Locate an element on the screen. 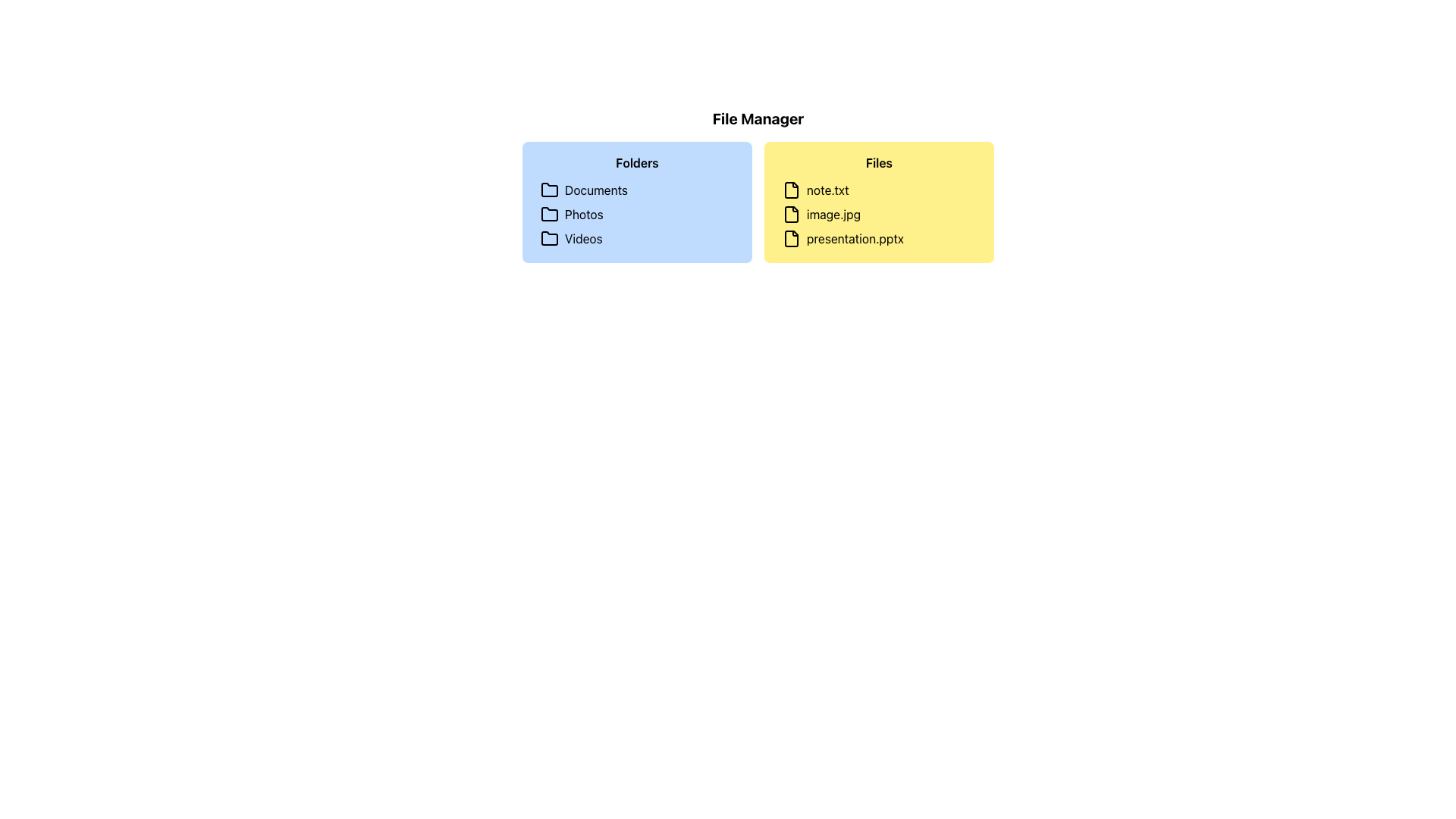 The width and height of the screenshot is (1456, 819). the 'Videos' list item, which is the third entry under the 'Folders' section, to trigger a visual highlight is located at coordinates (637, 239).